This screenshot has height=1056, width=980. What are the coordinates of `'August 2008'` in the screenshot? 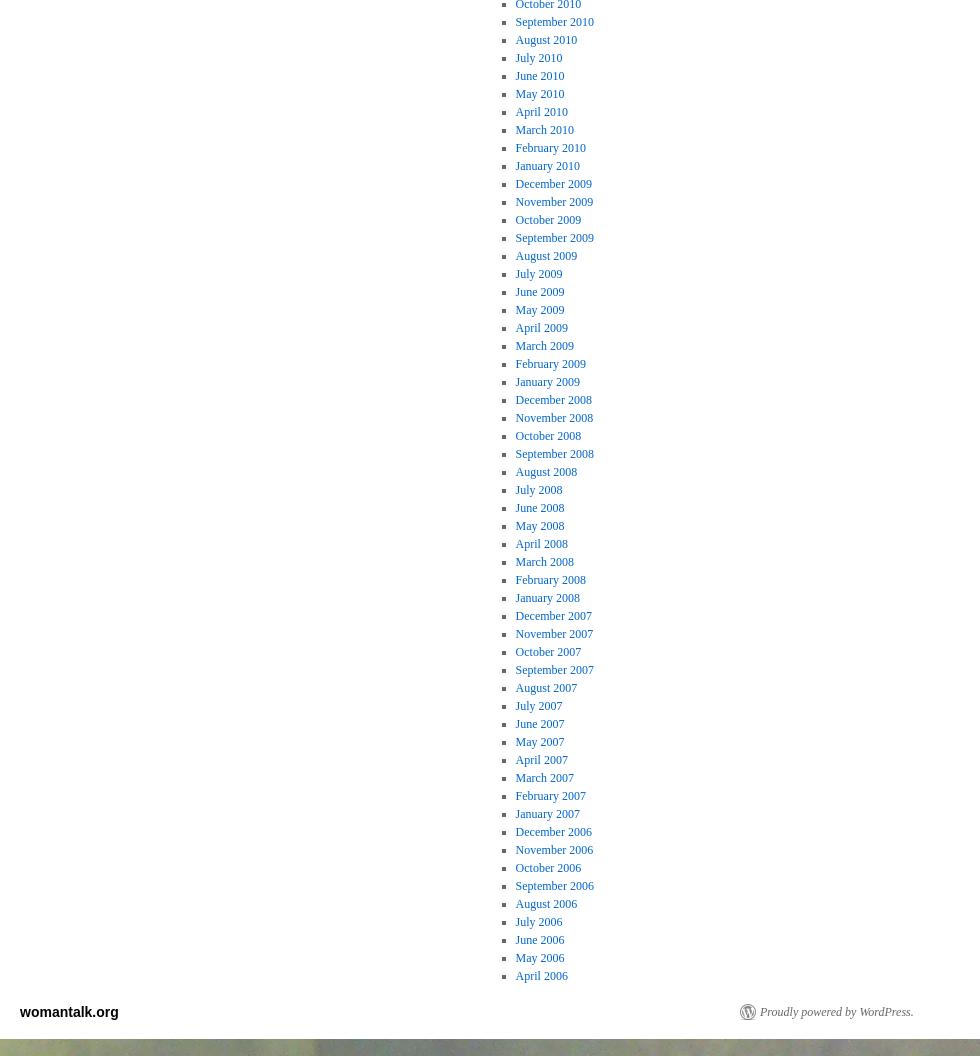 It's located at (545, 469).